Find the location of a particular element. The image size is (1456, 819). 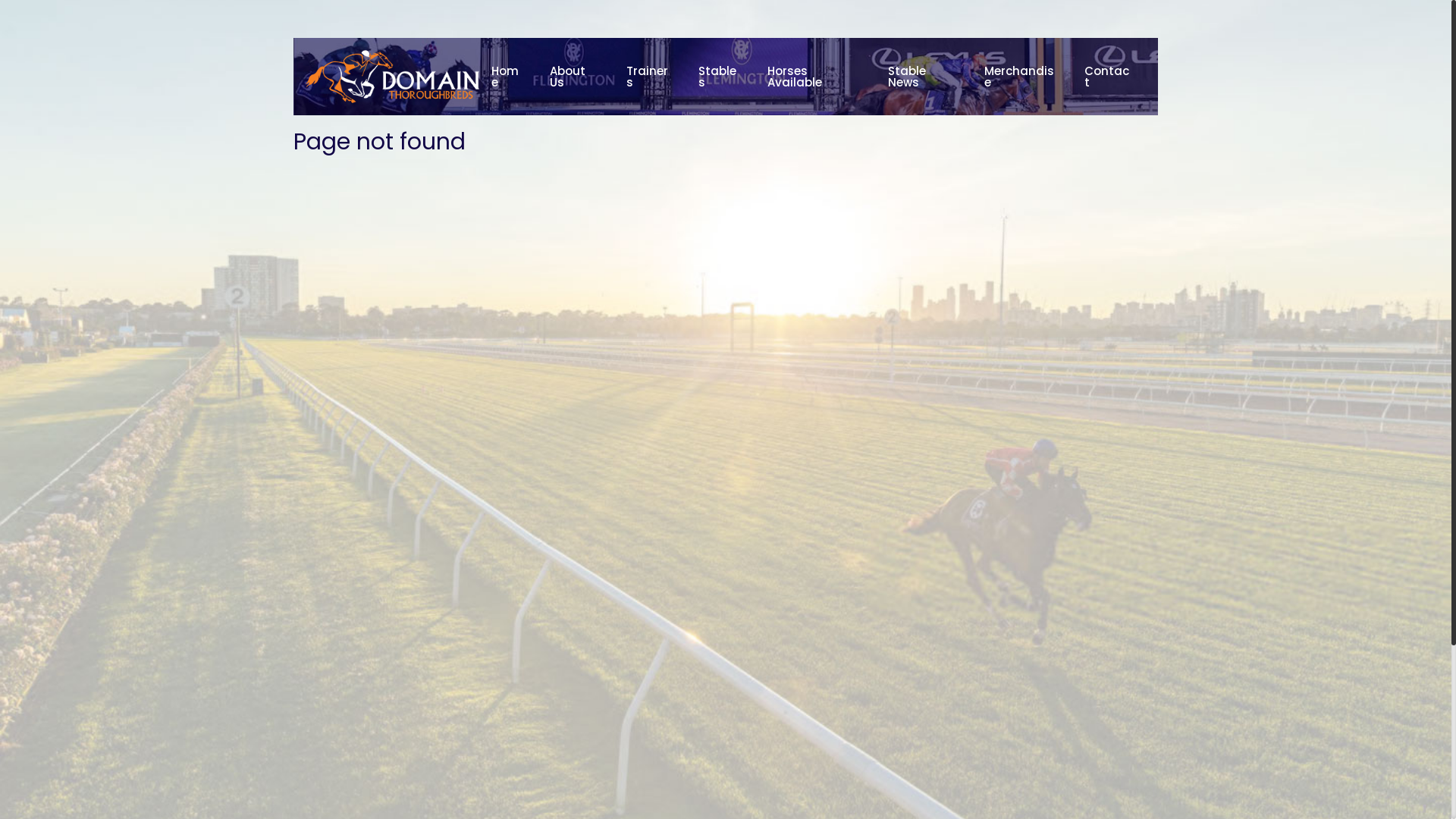

'Merchandise' is located at coordinates (1022, 76).